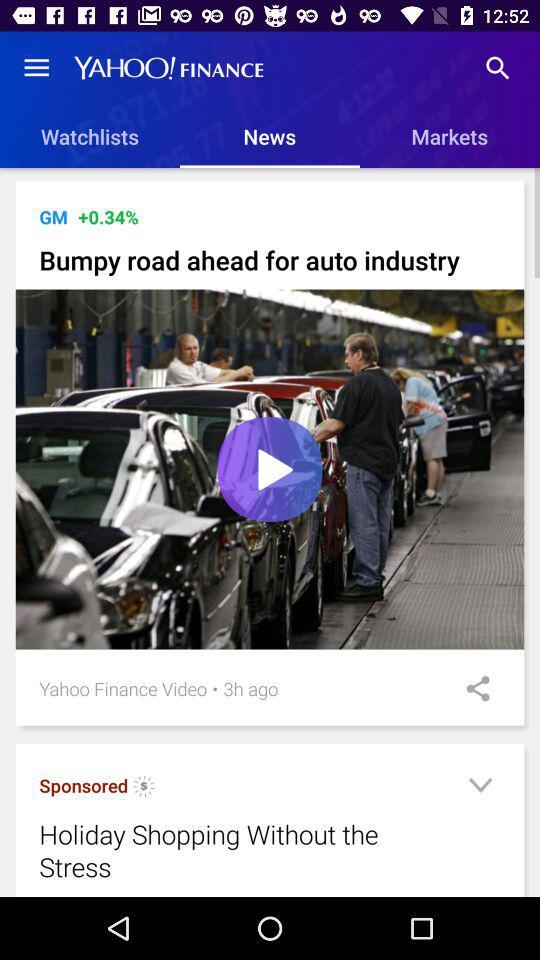 The width and height of the screenshot is (540, 960). Describe the element at coordinates (82, 785) in the screenshot. I see `icon above holiday shopping without` at that location.